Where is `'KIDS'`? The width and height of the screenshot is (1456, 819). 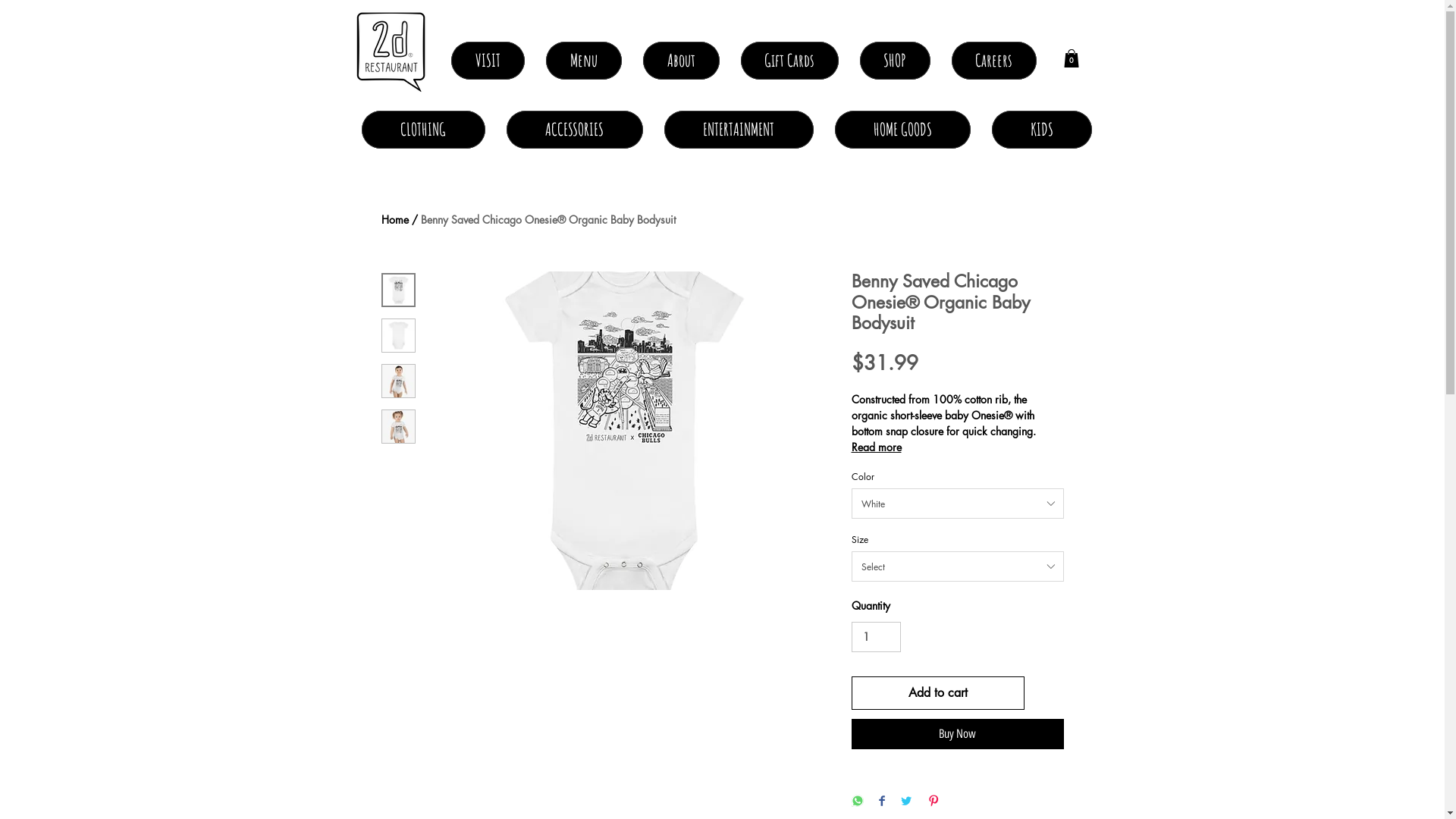
'KIDS' is located at coordinates (1040, 128).